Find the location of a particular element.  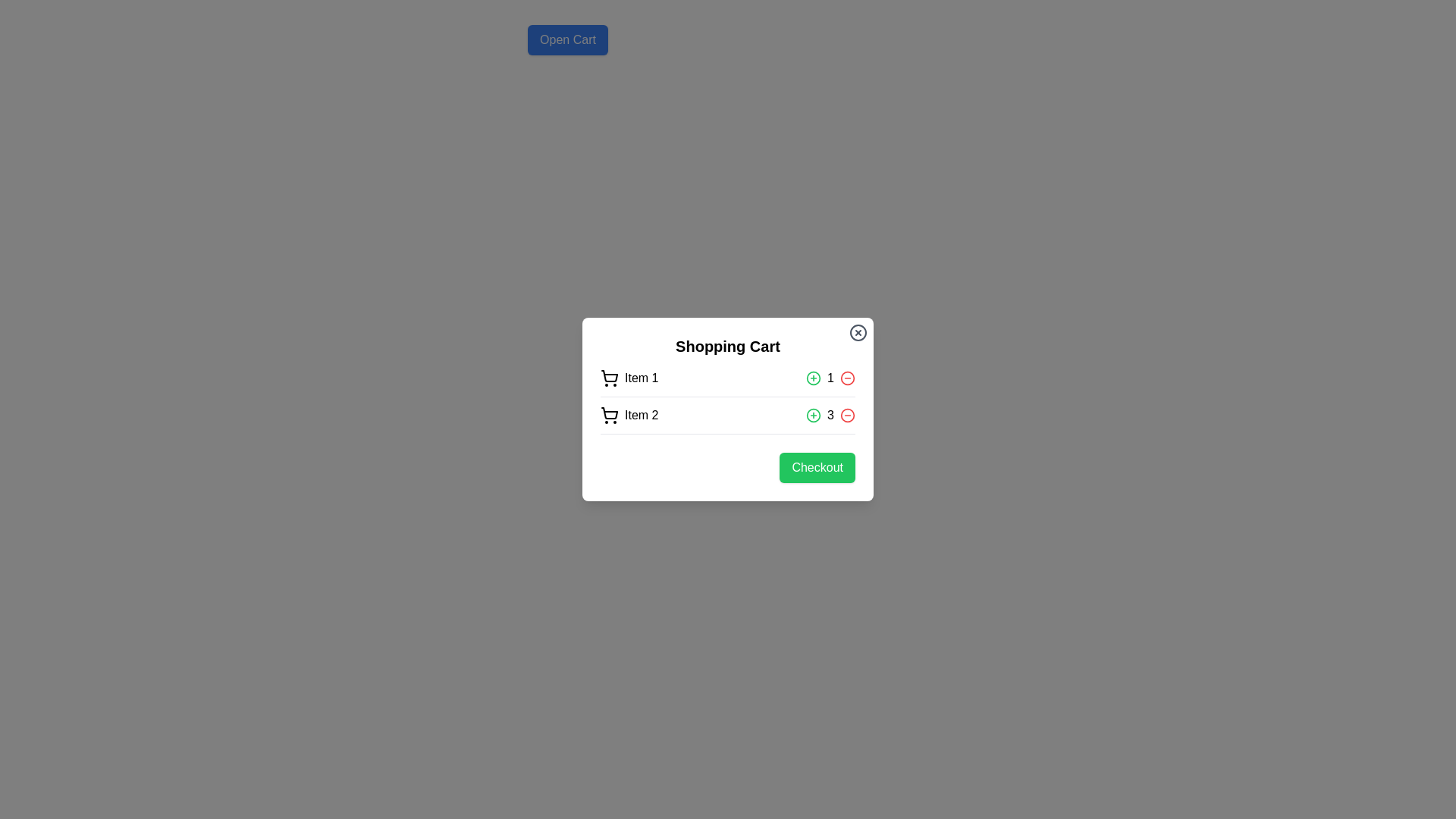

the text label indicating the name or description of the first product in the shopping cart, which is positioned horizontally to the right of the shopping cart icon and above the 'Item 2' row is located at coordinates (642, 377).